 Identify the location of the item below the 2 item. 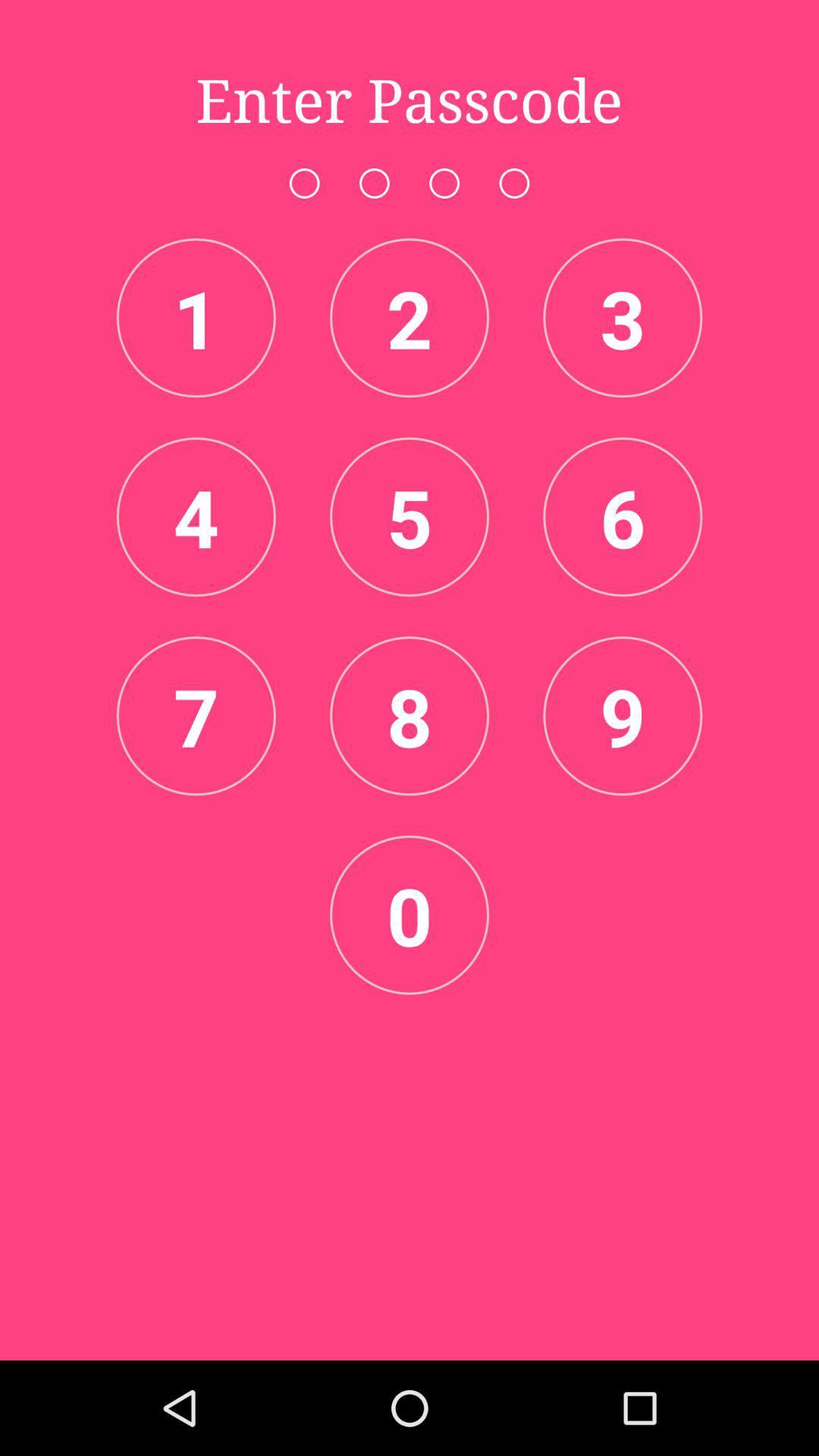
(409, 516).